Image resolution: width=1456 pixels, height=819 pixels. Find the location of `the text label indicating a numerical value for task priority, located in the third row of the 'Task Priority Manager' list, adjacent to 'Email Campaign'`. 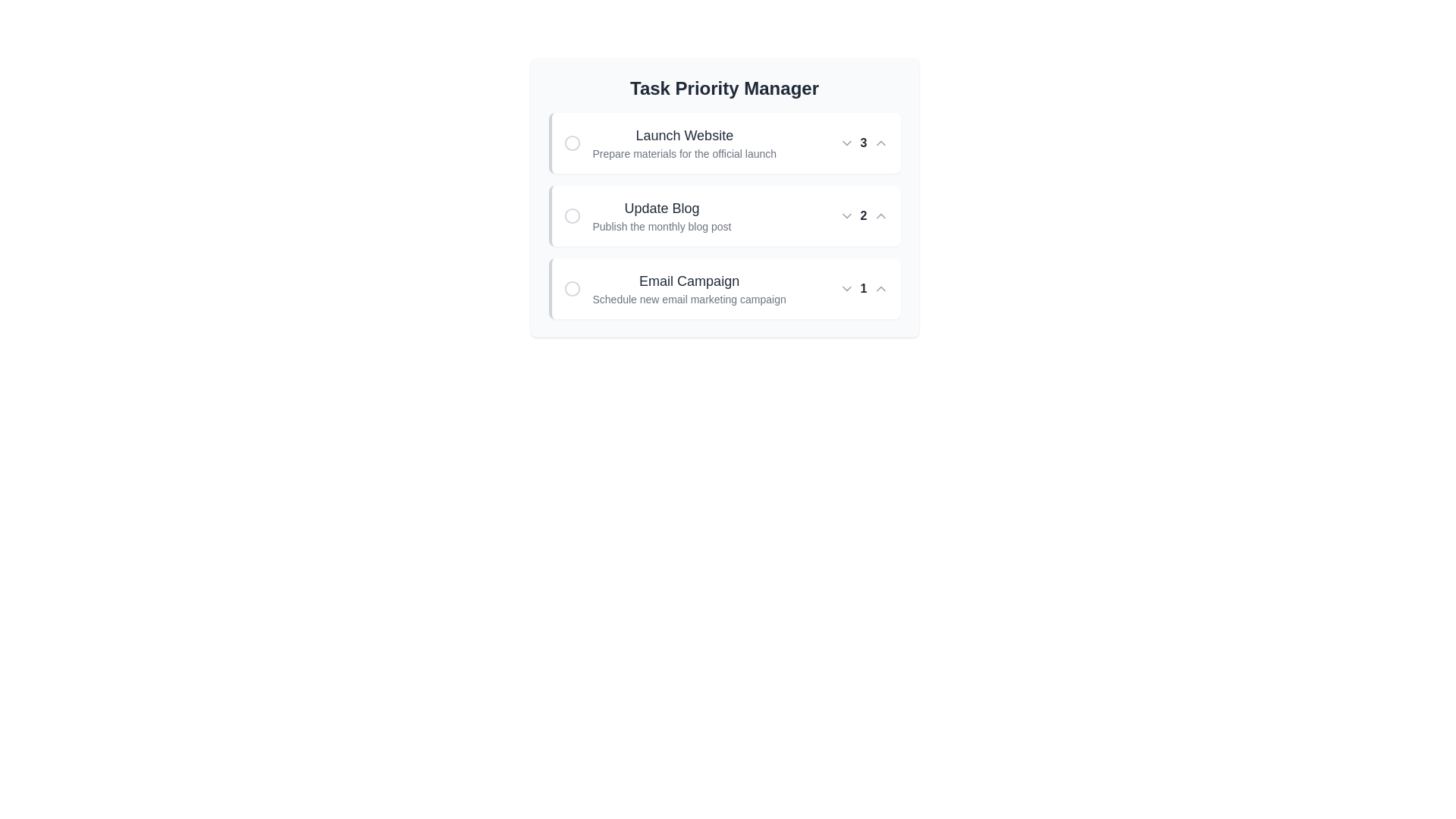

the text label indicating a numerical value for task priority, located in the third row of the 'Task Priority Manager' list, adjacent to 'Email Campaign' is located at coordinates (864, 289).